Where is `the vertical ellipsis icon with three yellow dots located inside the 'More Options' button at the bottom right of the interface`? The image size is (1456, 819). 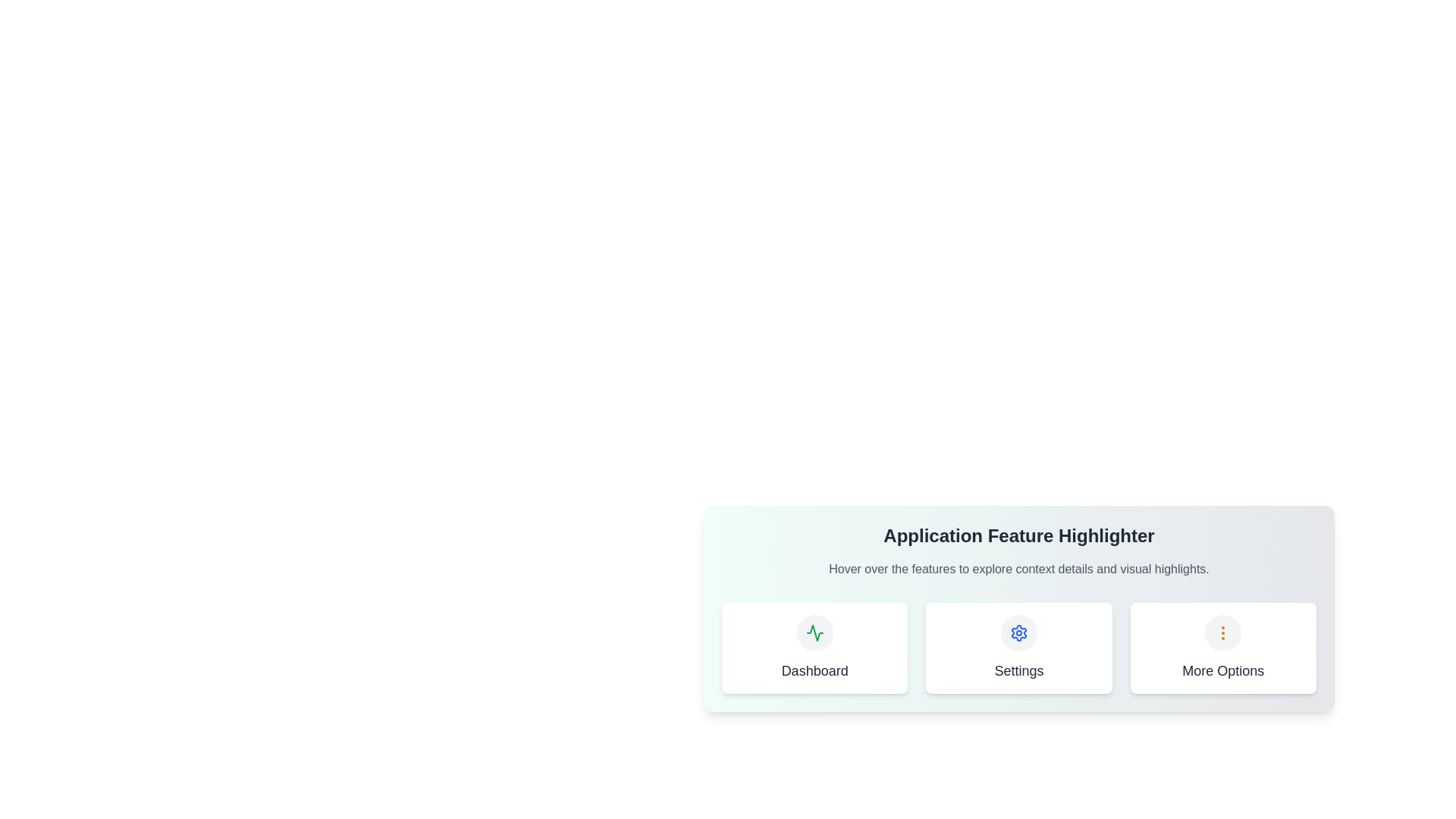 the vertical ellipsis icon with three yellow dots located inside the 'More Options' button at the bottom right of the interface is located at coordinates (1223, 632).